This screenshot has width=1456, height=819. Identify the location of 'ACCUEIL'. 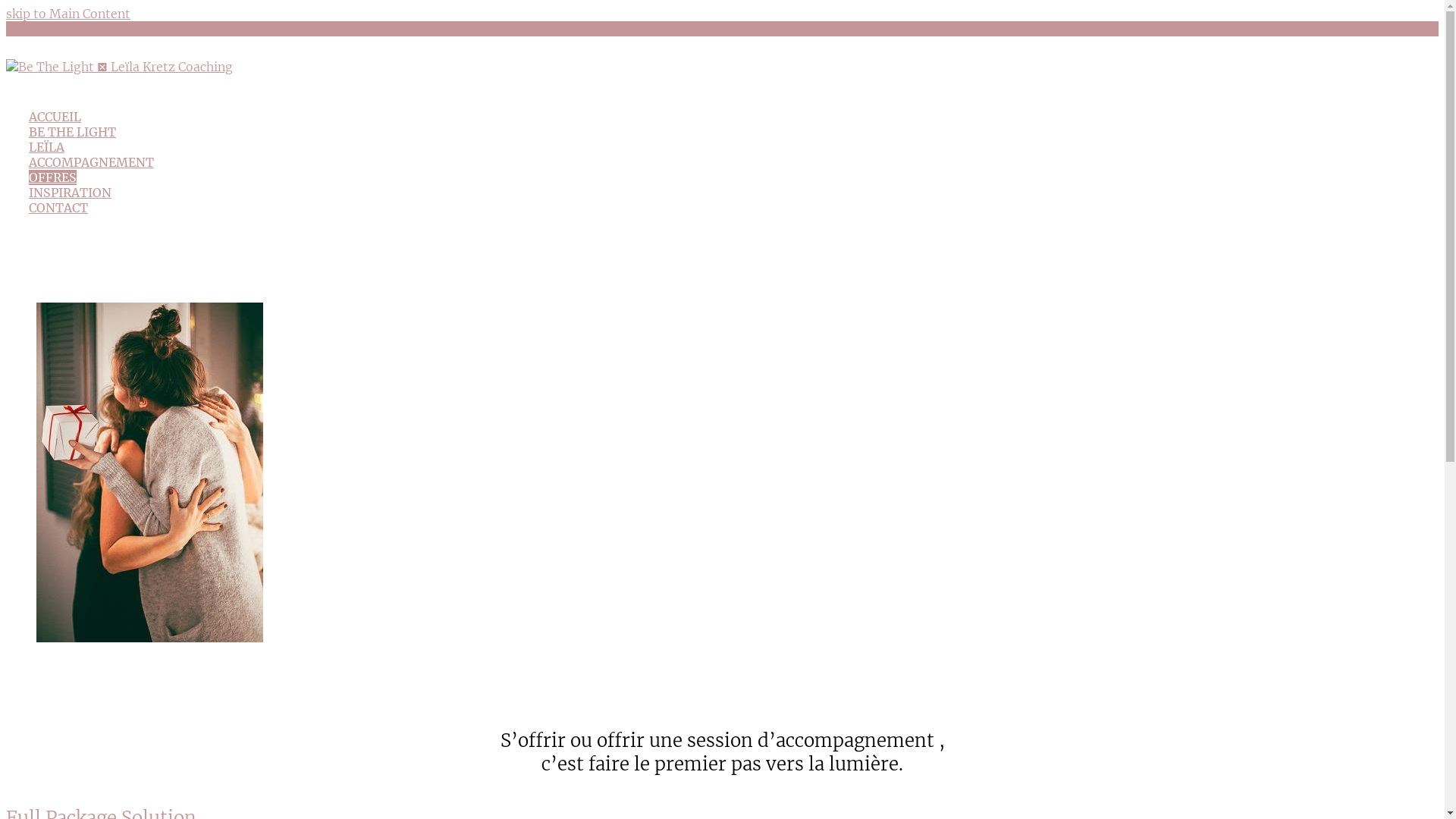
(55, 116).